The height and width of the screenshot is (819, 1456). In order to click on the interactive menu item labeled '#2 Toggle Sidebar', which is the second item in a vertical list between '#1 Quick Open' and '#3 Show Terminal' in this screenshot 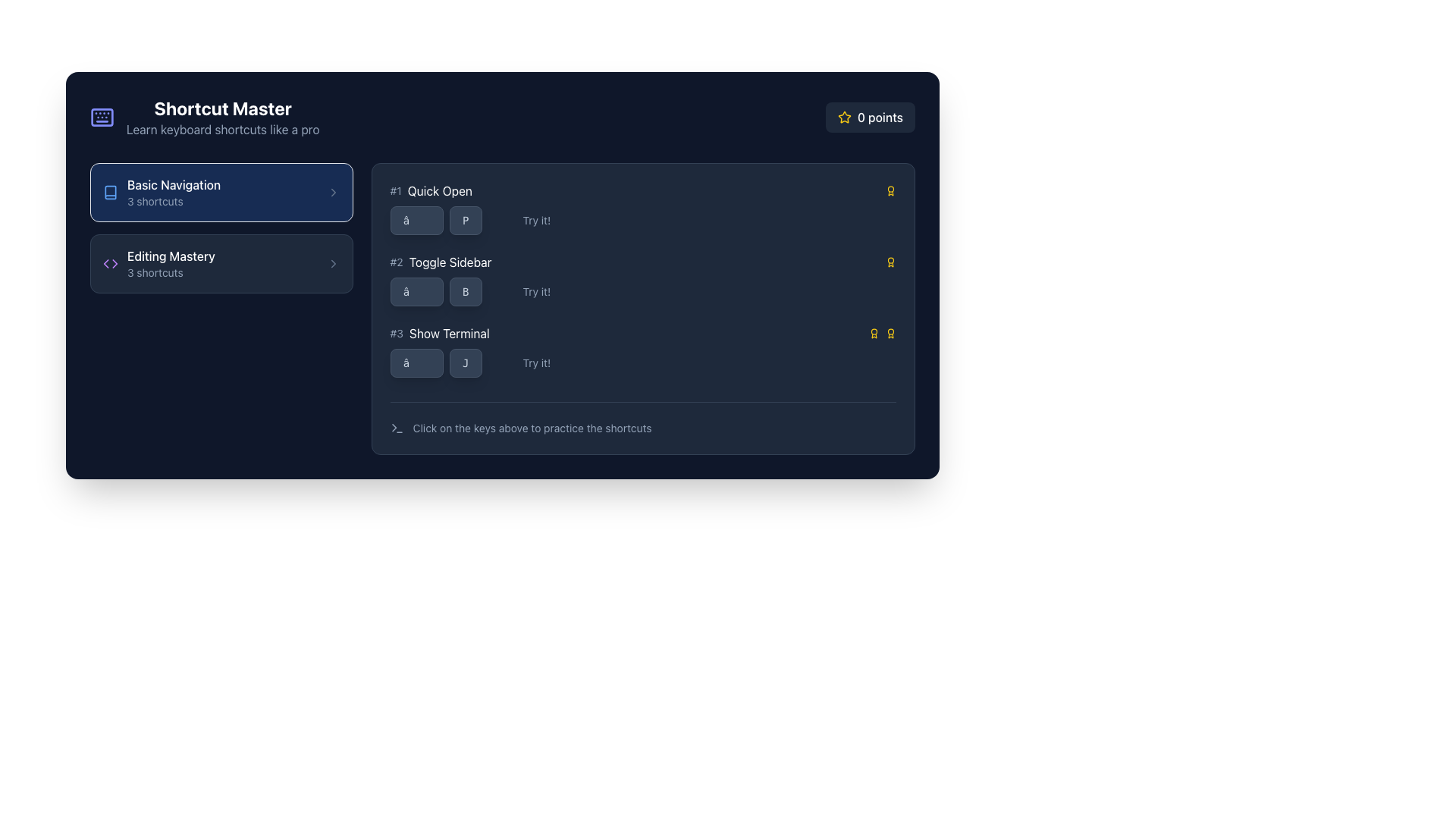, I will do `click(643, 262)`.